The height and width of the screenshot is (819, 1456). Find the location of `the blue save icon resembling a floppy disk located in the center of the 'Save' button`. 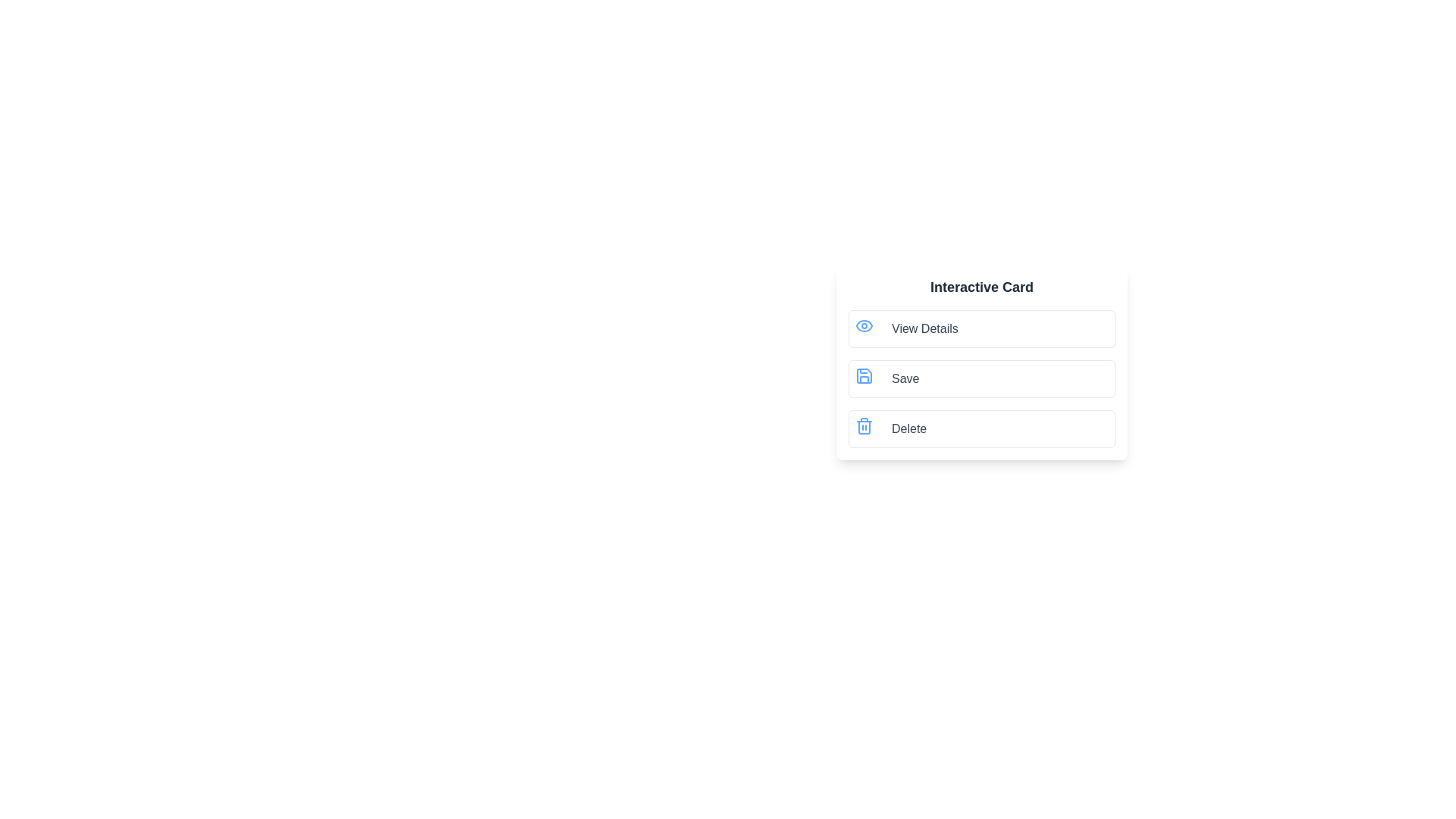

the blue save icon resembling a floppy disk located in the center of the 'Save' button is located at coordinates (864, 375).